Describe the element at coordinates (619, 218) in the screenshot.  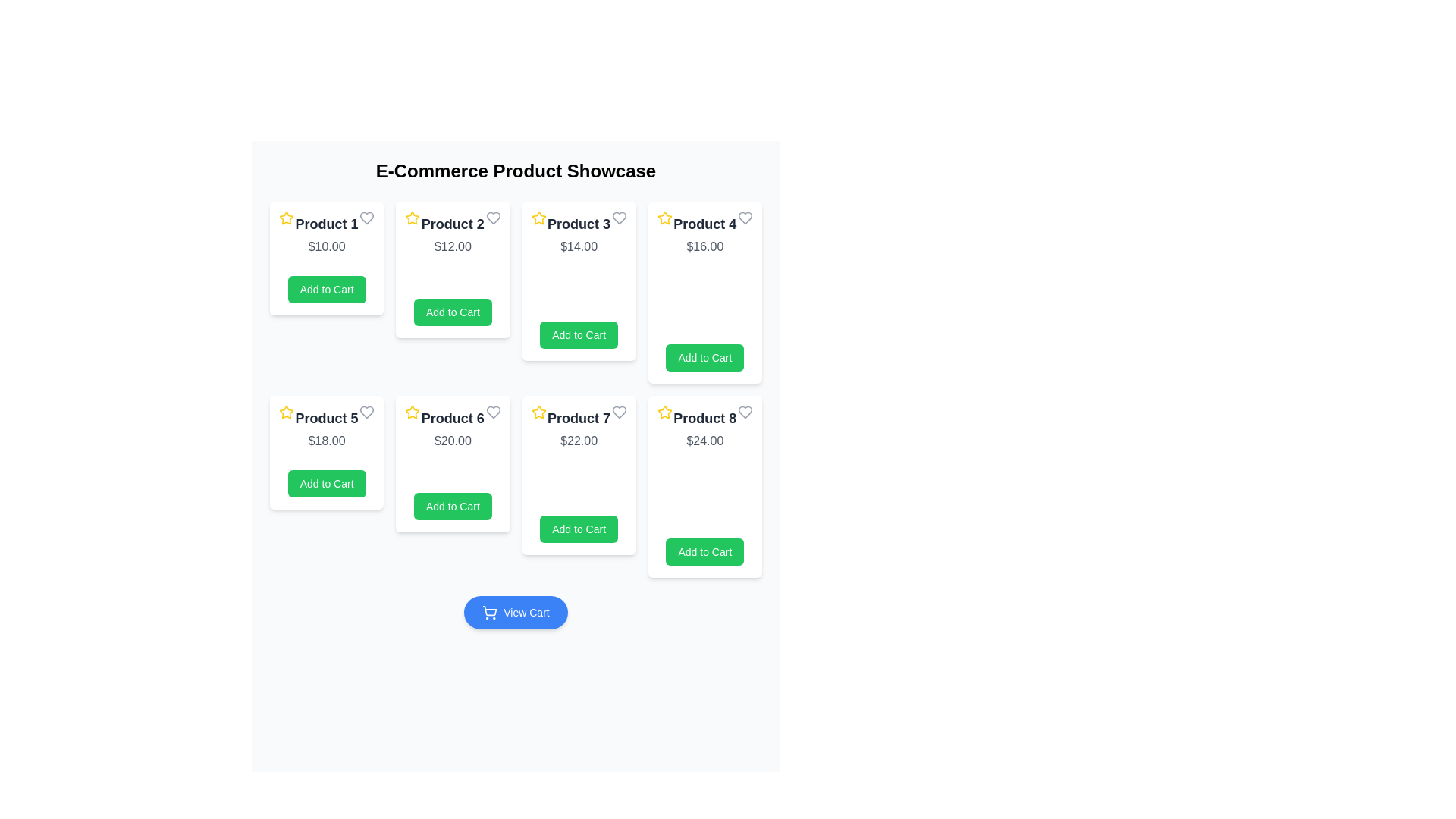
I see `the heart-shaped favorite button located in the top-right corner of the product card for 'Product 3'` at that location.